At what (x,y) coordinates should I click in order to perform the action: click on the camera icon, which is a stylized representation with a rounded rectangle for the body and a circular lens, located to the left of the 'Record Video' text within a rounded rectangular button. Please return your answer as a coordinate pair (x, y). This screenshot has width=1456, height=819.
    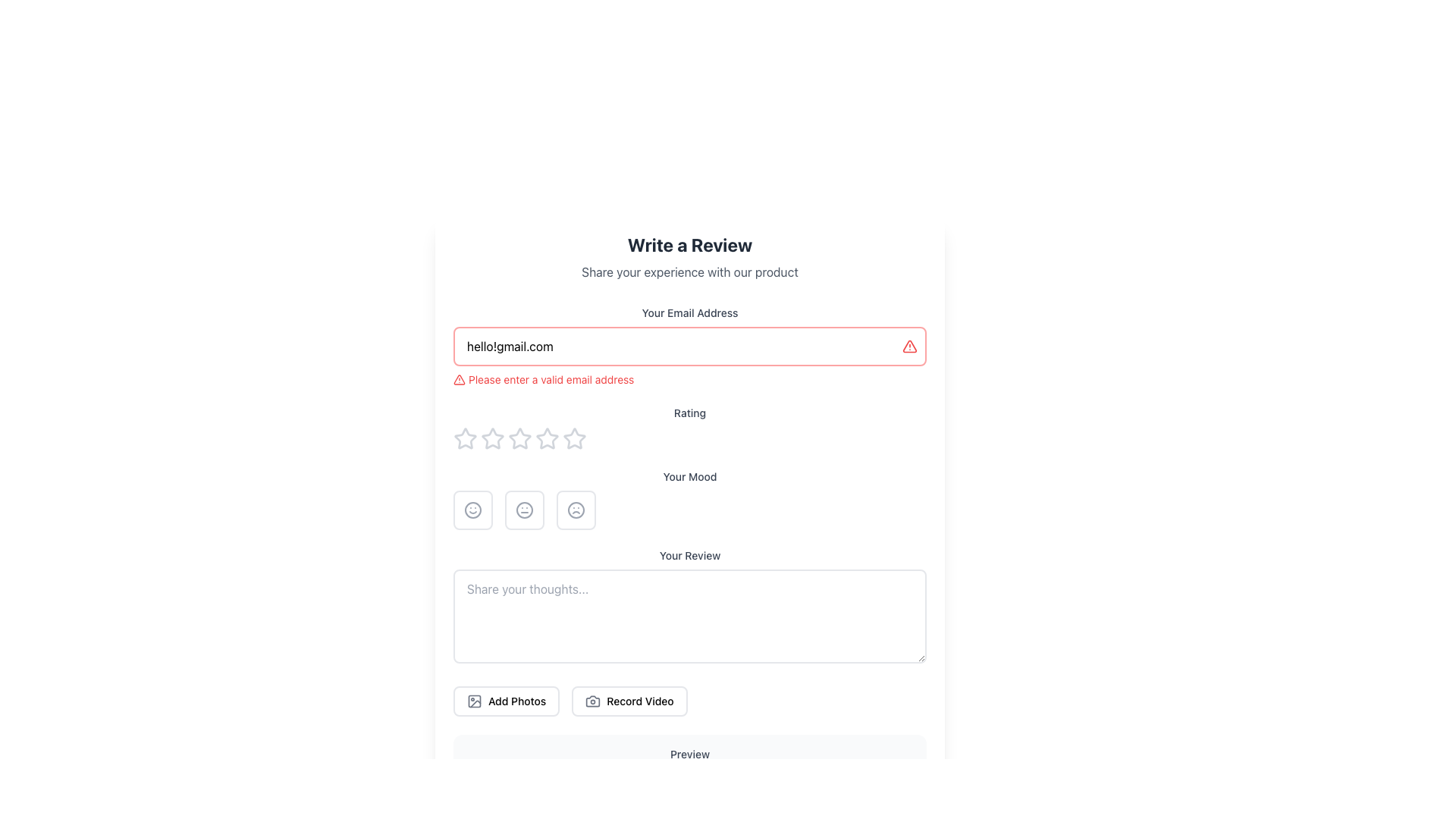
    Looking at the image, I should click on (592, 701).